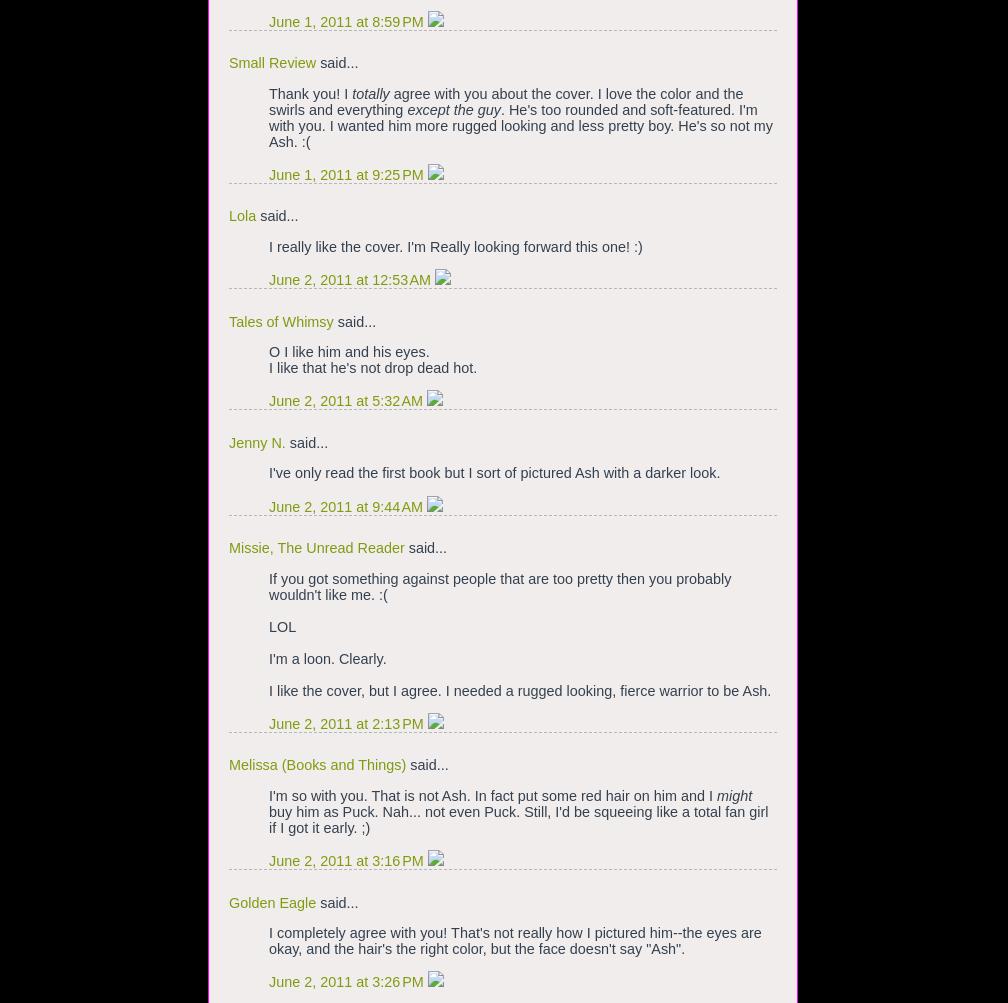 Image resolution: width=1008 pixels, height=1003 pixels. Describe the element at coordinates (316, 547) in the screenshot. I see `'Missie, The Unread Reader'` at that location.